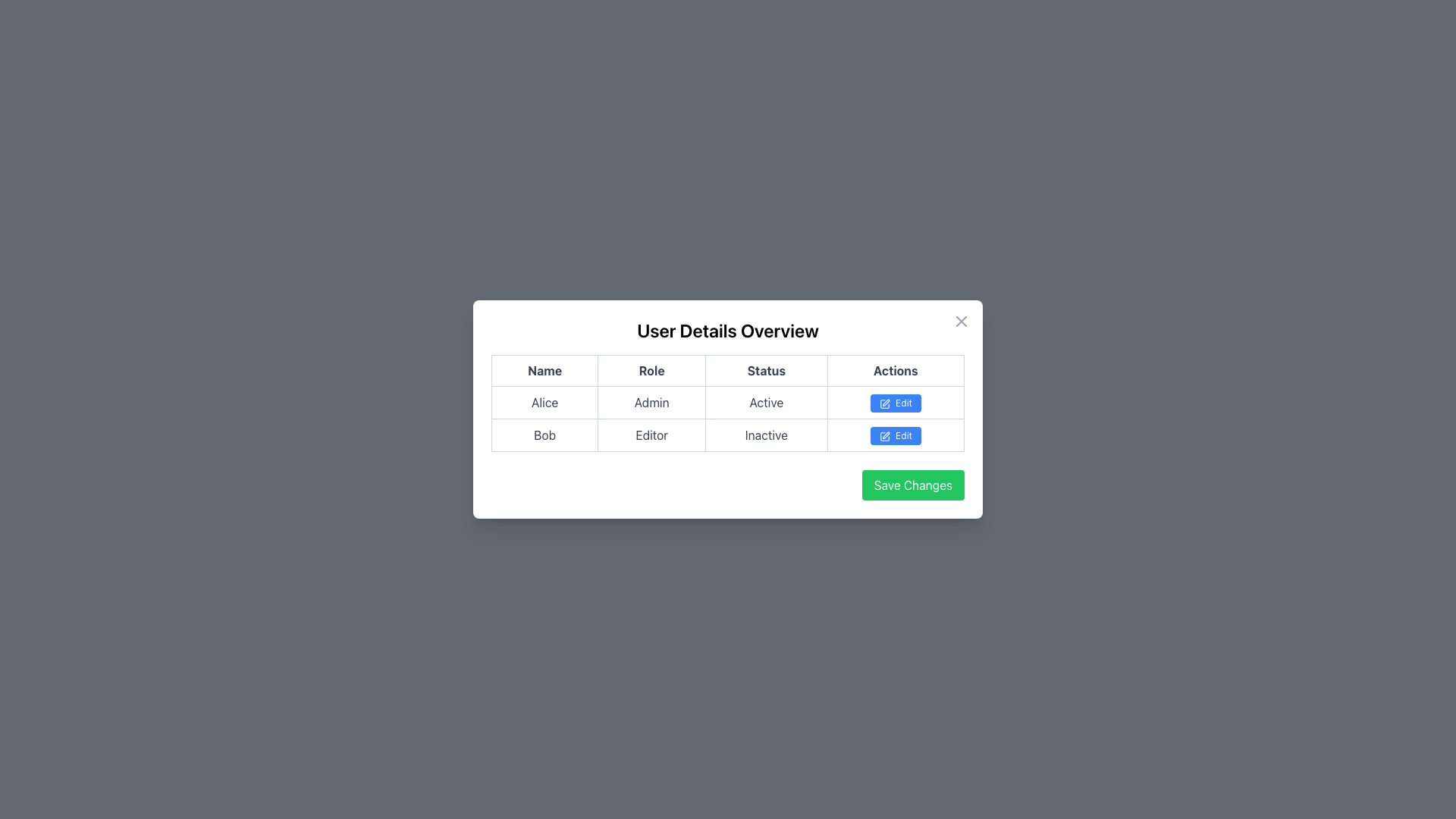  Describe the element at coordinates (766, 371) in the screenshot. I see `the 'Status' static text header in the table column, which is the third item in the header row, positioned between 'Role' and 'Actions'` at that location.